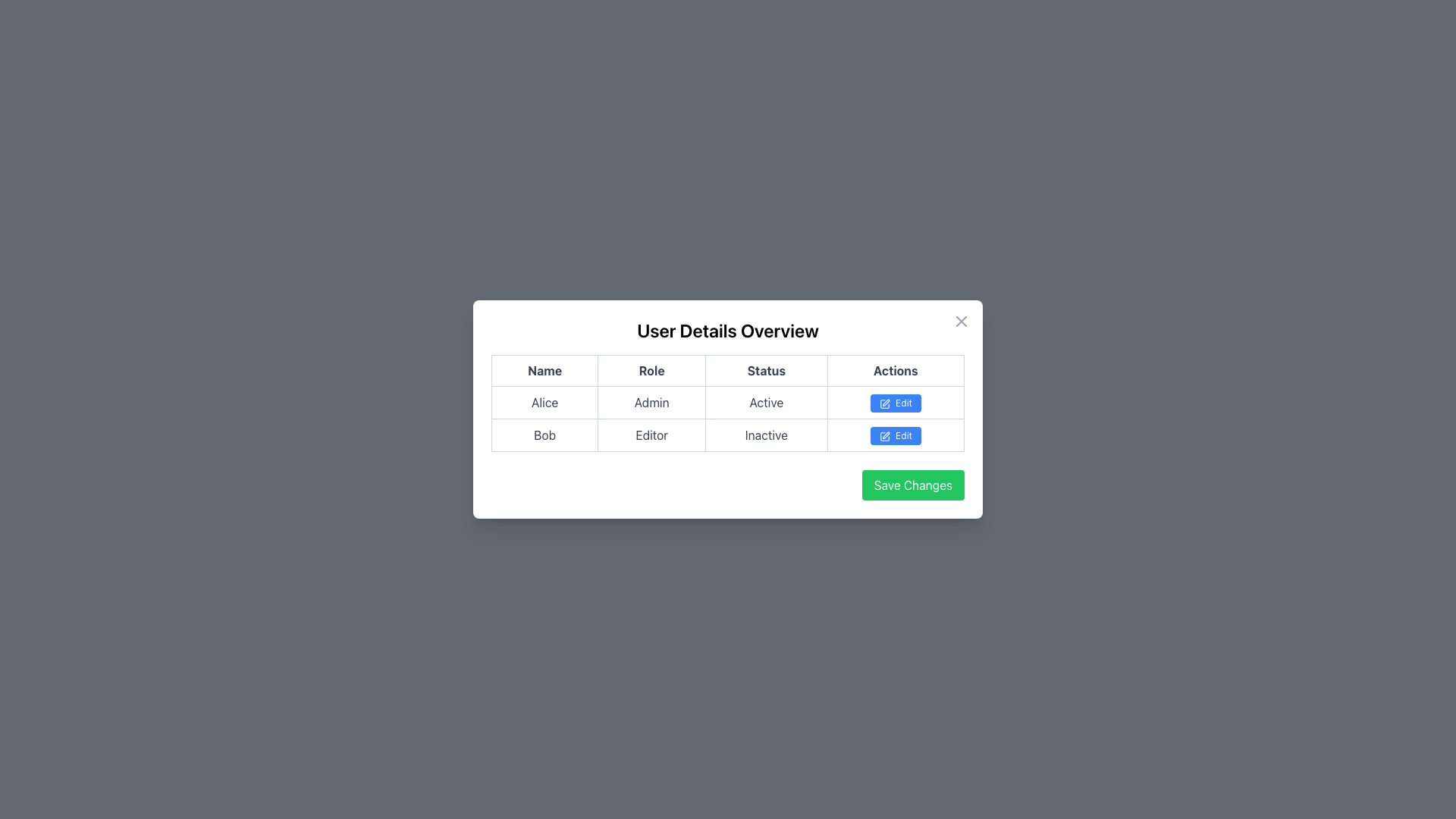  Describe the element at coordinates (766, 371) in the screenshot. I see `the 'Status' static text header in the table column, which is the third item in the header row, positioned between 'Role' and 'Actions'` at that location.